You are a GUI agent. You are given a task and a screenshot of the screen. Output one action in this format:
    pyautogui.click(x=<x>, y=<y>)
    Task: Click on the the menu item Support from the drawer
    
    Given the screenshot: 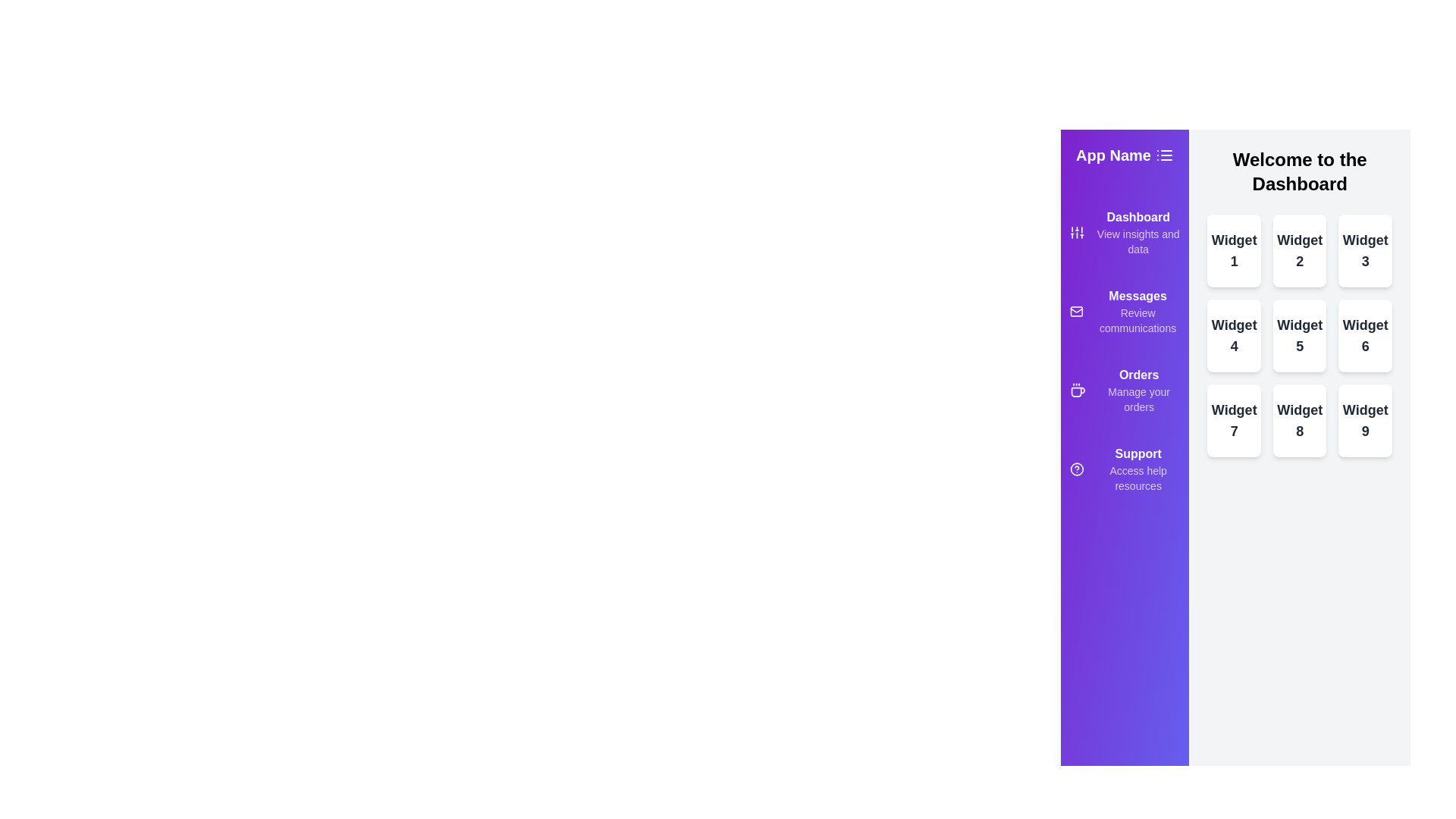 What is the action you would take?
    pyautogui.click(x=1125, y=468)
    